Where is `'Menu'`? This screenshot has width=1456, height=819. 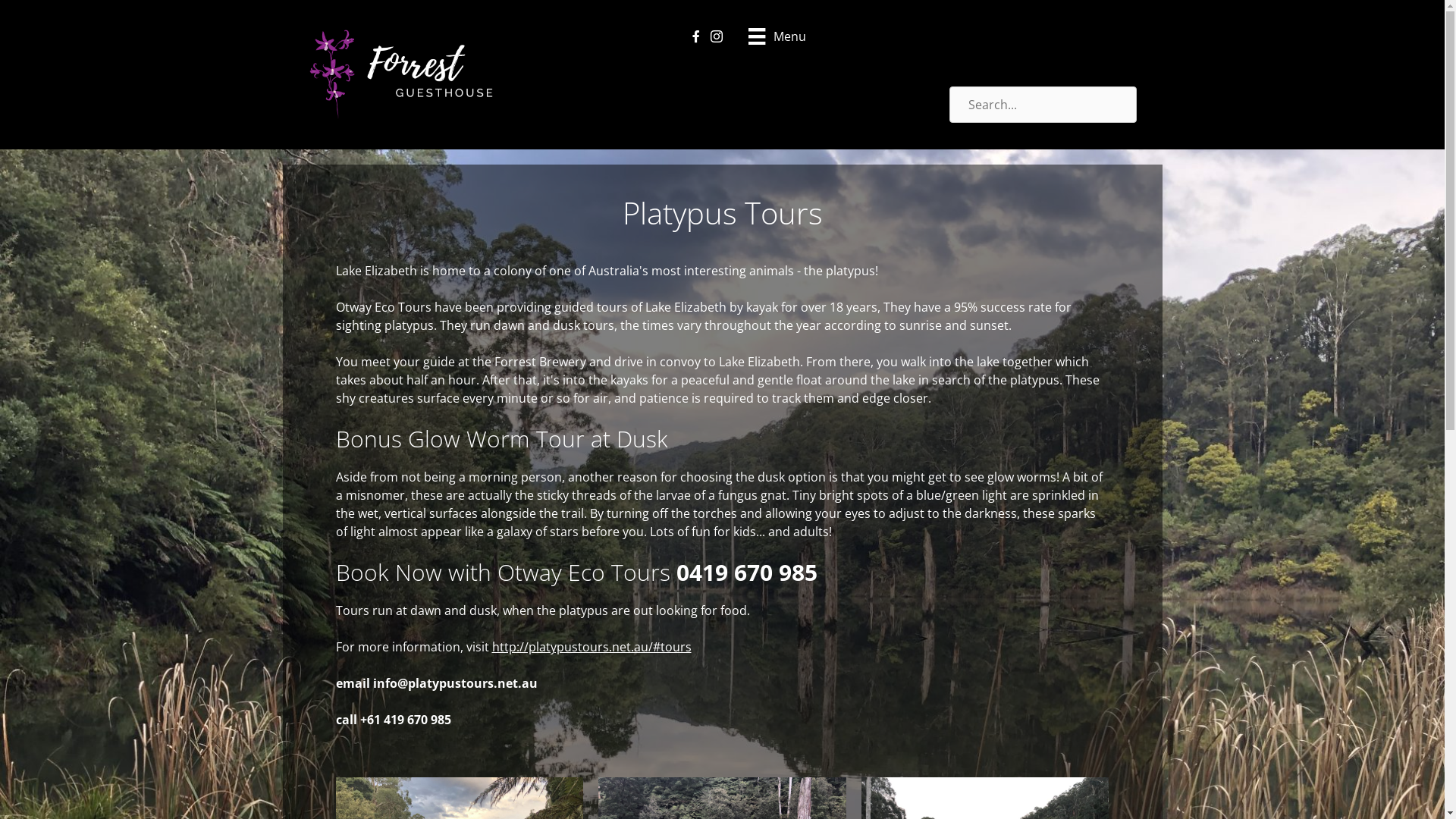 'Menu' is located at coordinates (777, 34).